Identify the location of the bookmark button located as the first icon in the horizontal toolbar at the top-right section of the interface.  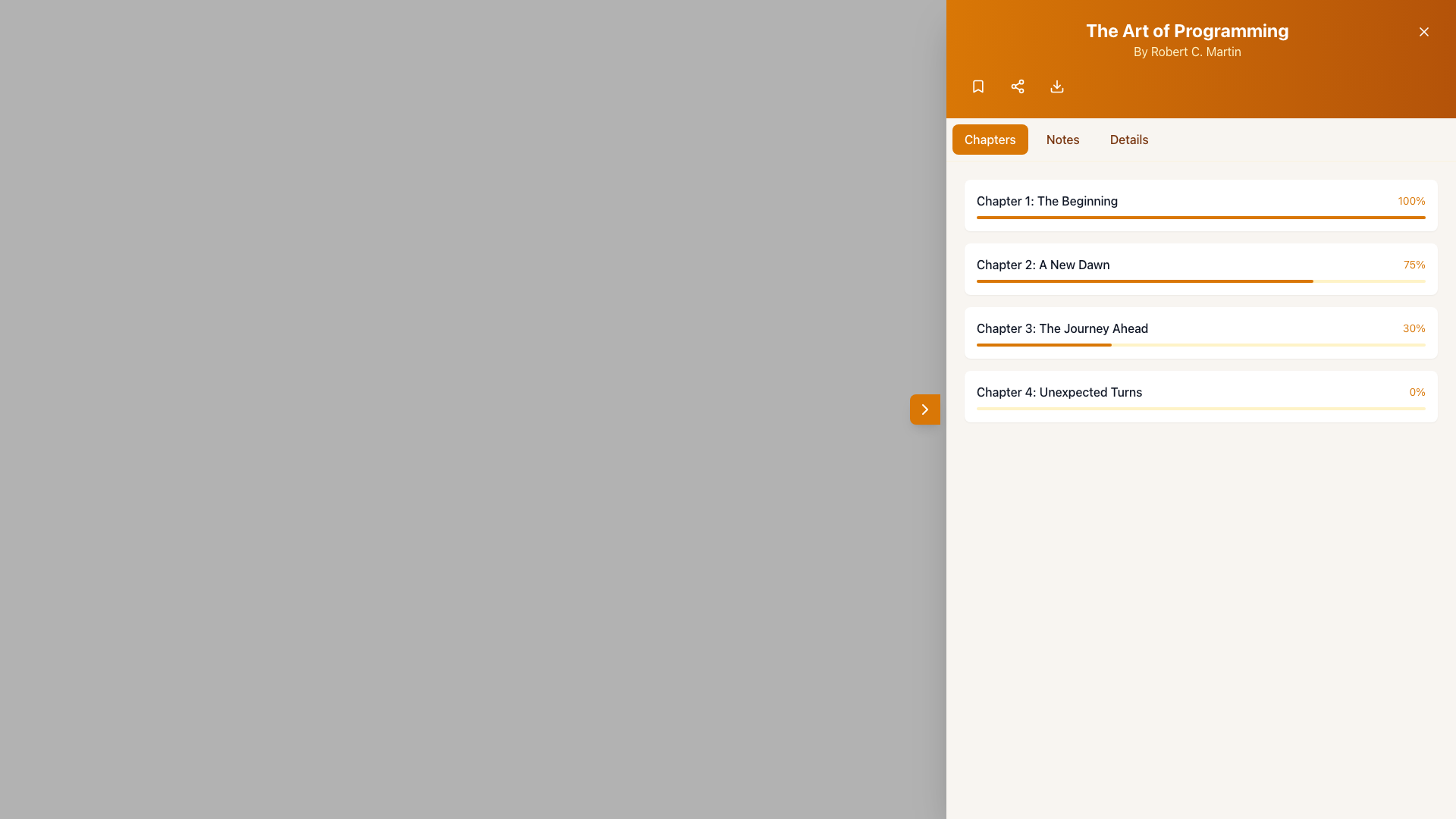
(978, 86).